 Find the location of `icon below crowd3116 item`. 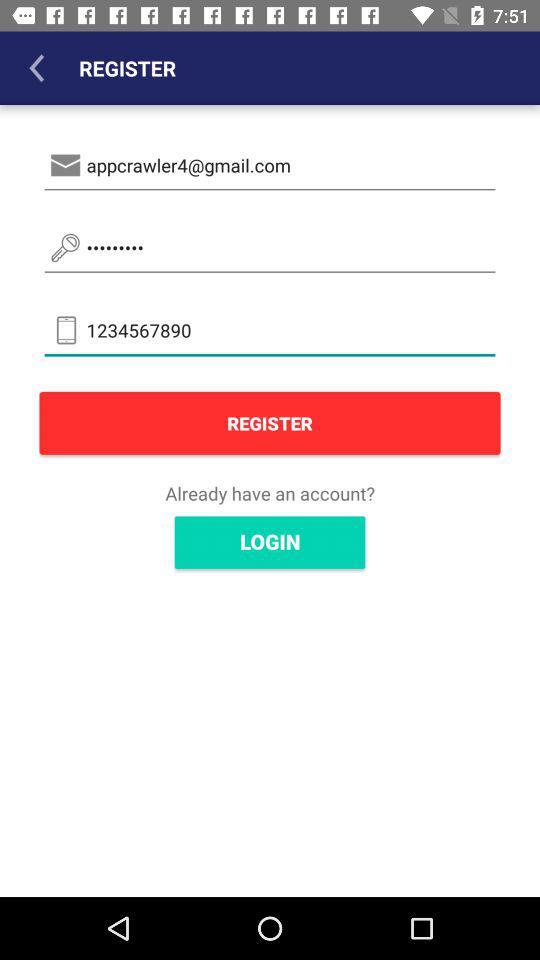

icon below crowd3116 item is located at coordinates (270, 330).